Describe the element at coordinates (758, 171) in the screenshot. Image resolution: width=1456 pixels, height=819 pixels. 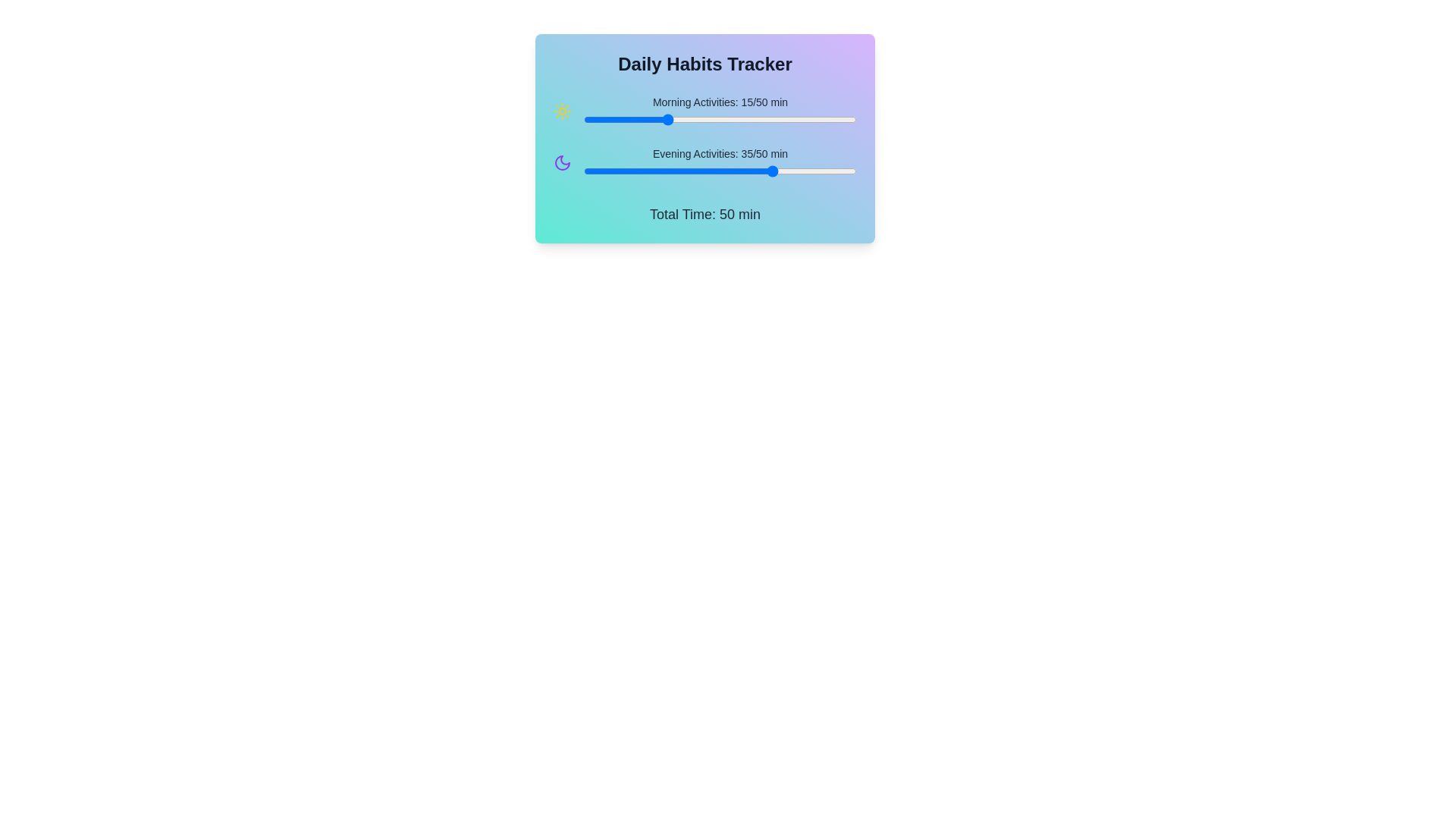
I see `the evening activity time` at that location.